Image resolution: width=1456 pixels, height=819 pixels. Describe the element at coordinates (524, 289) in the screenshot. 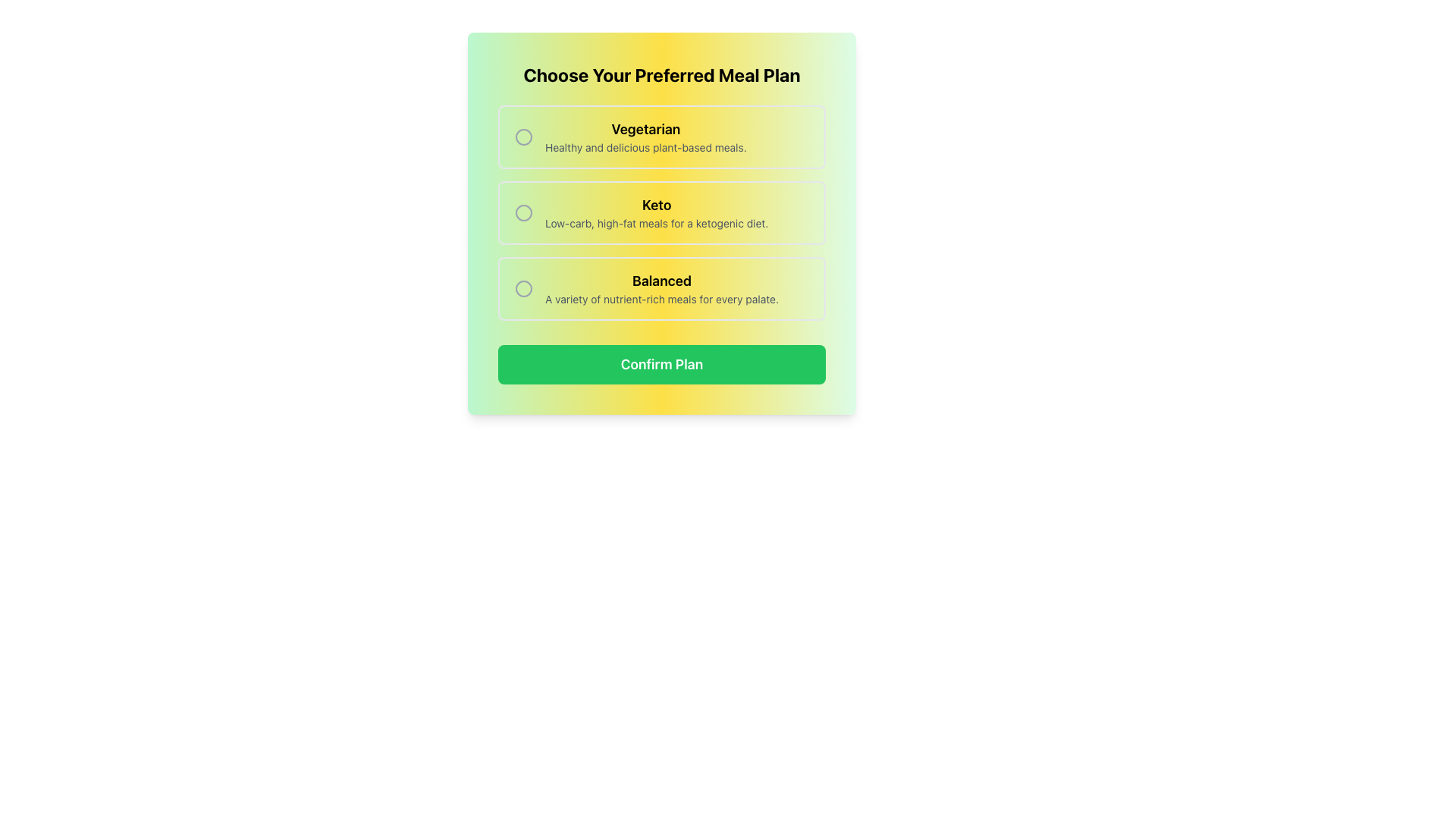

I see `the circular radio button for the 'Balanced' meal option` at that location.